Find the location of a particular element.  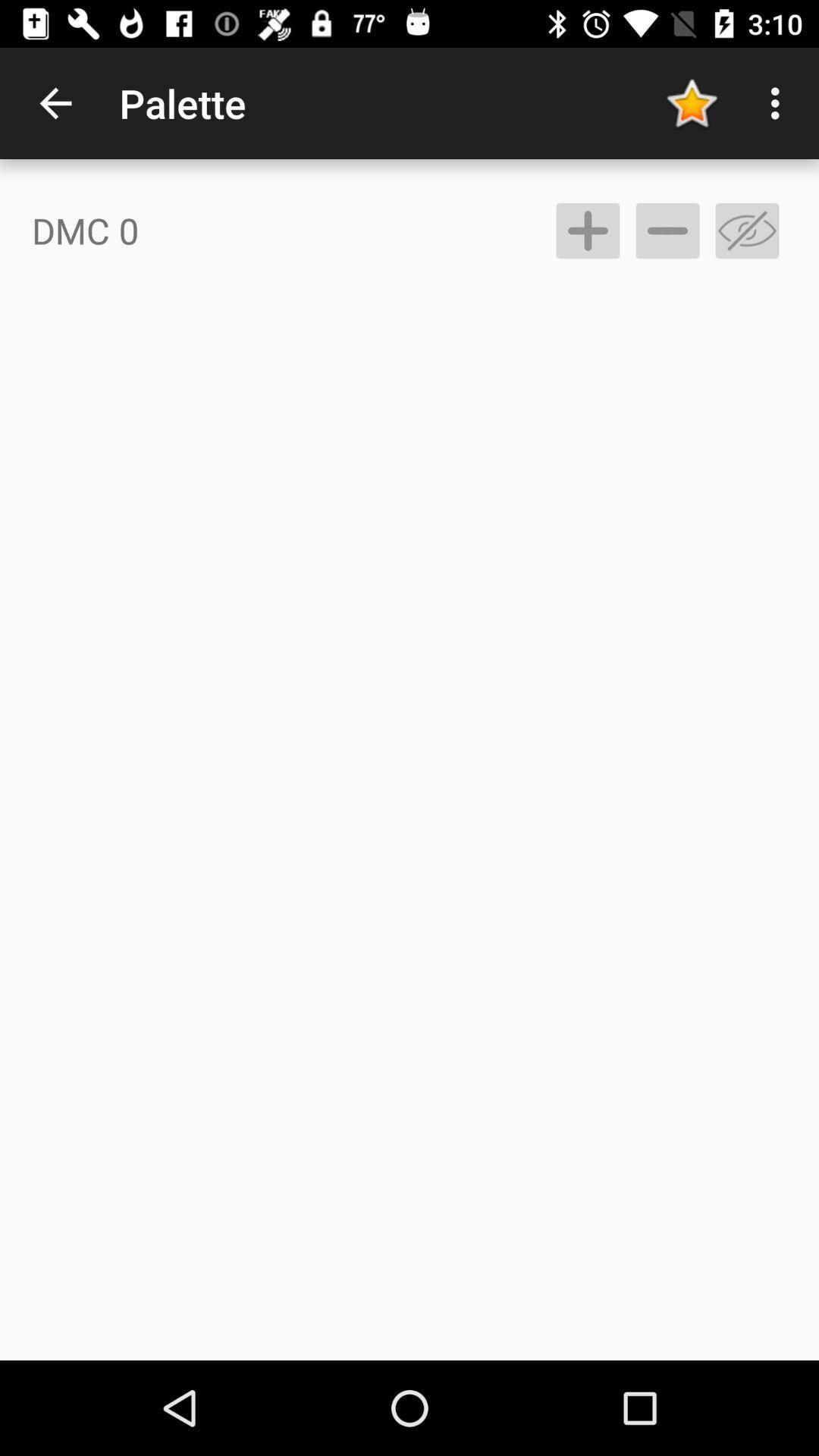

subtract is located at coordinates (667, 230).